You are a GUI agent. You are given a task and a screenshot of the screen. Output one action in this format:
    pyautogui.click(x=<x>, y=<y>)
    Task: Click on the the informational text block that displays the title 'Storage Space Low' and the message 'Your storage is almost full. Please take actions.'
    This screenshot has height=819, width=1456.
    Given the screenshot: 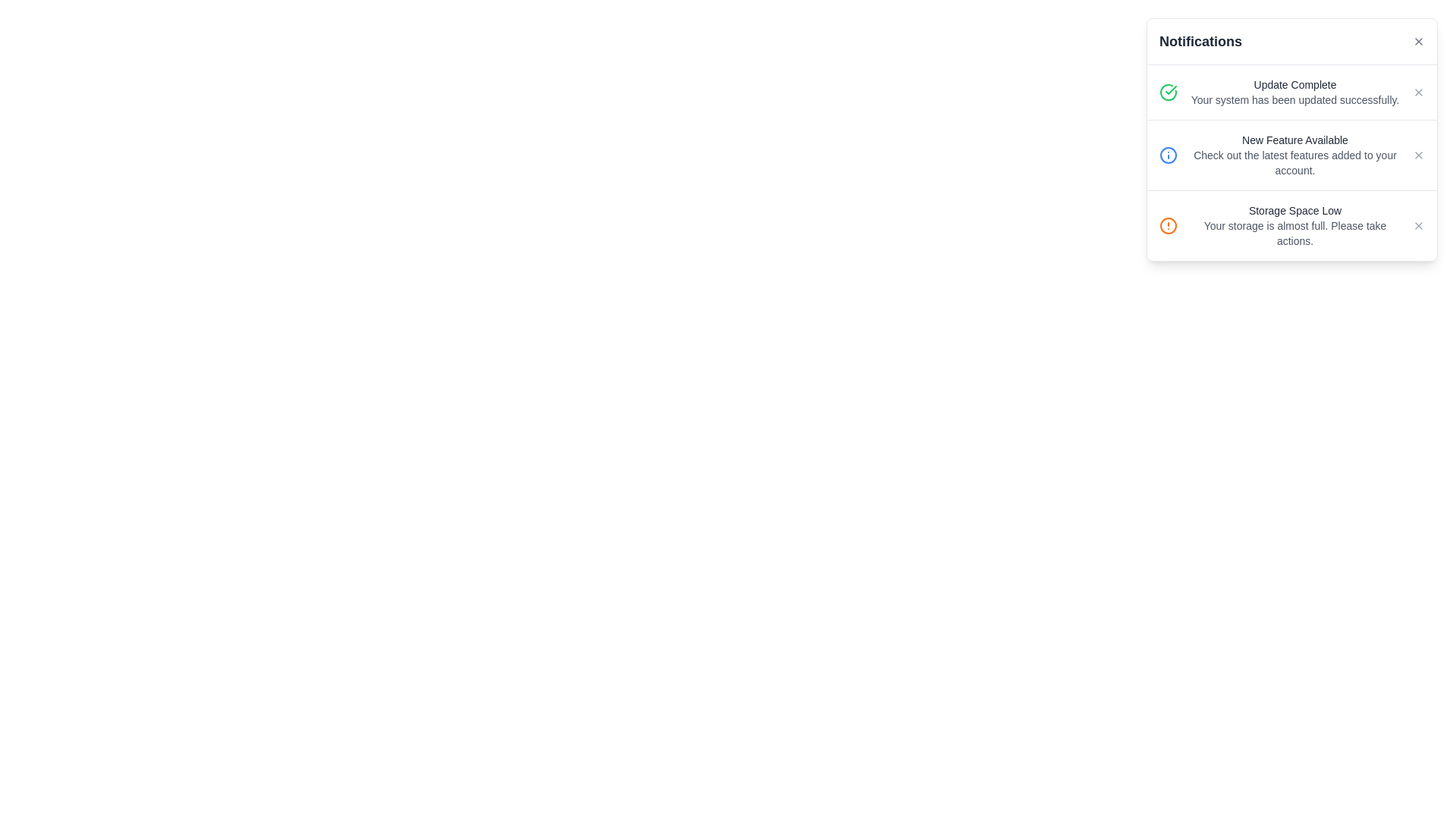 What is the action you would take?
    pyautogui.click(x=1294, y=225)
    